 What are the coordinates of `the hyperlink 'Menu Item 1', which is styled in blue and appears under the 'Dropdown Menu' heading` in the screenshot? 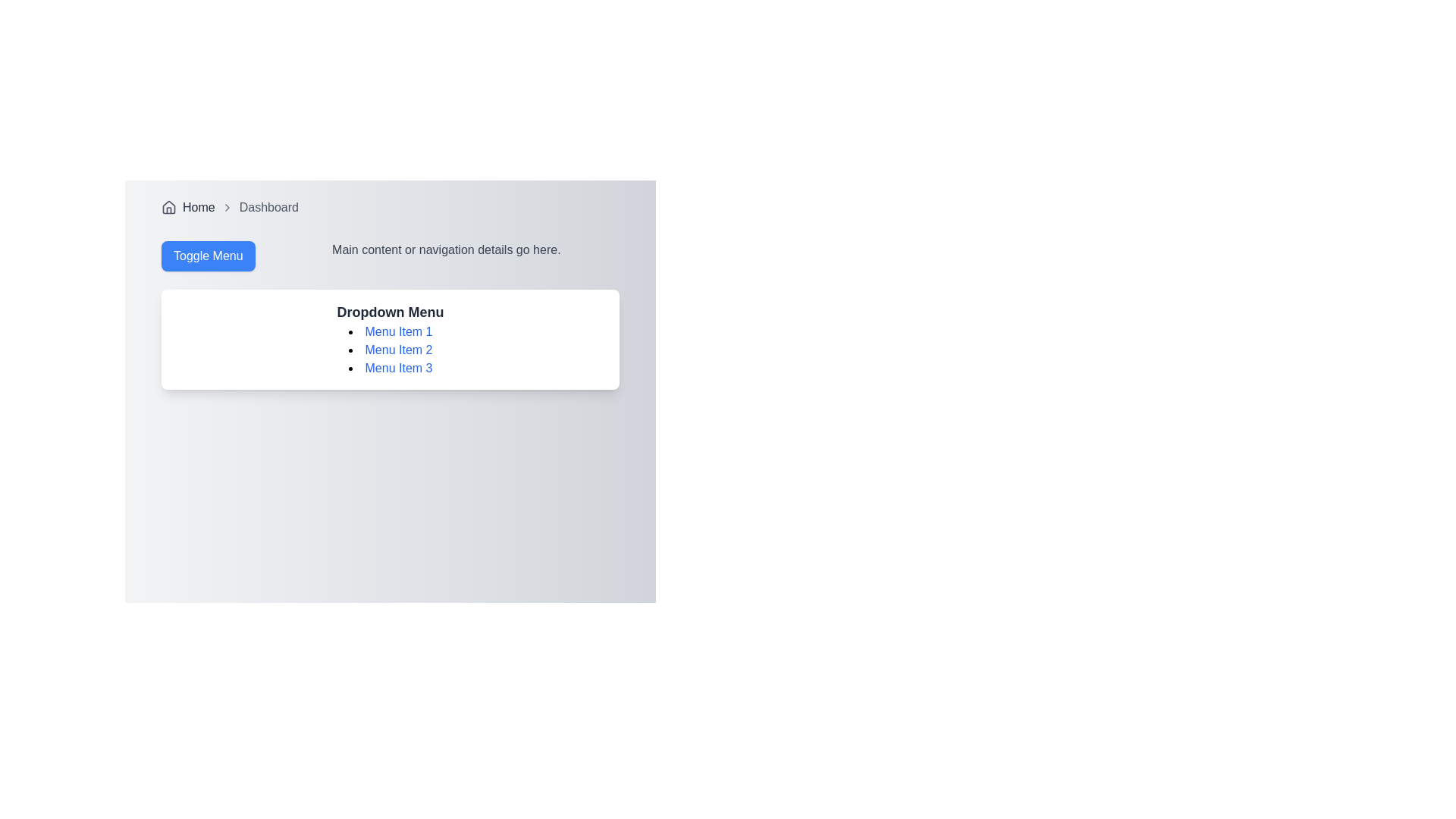 It's located at (399, 331).